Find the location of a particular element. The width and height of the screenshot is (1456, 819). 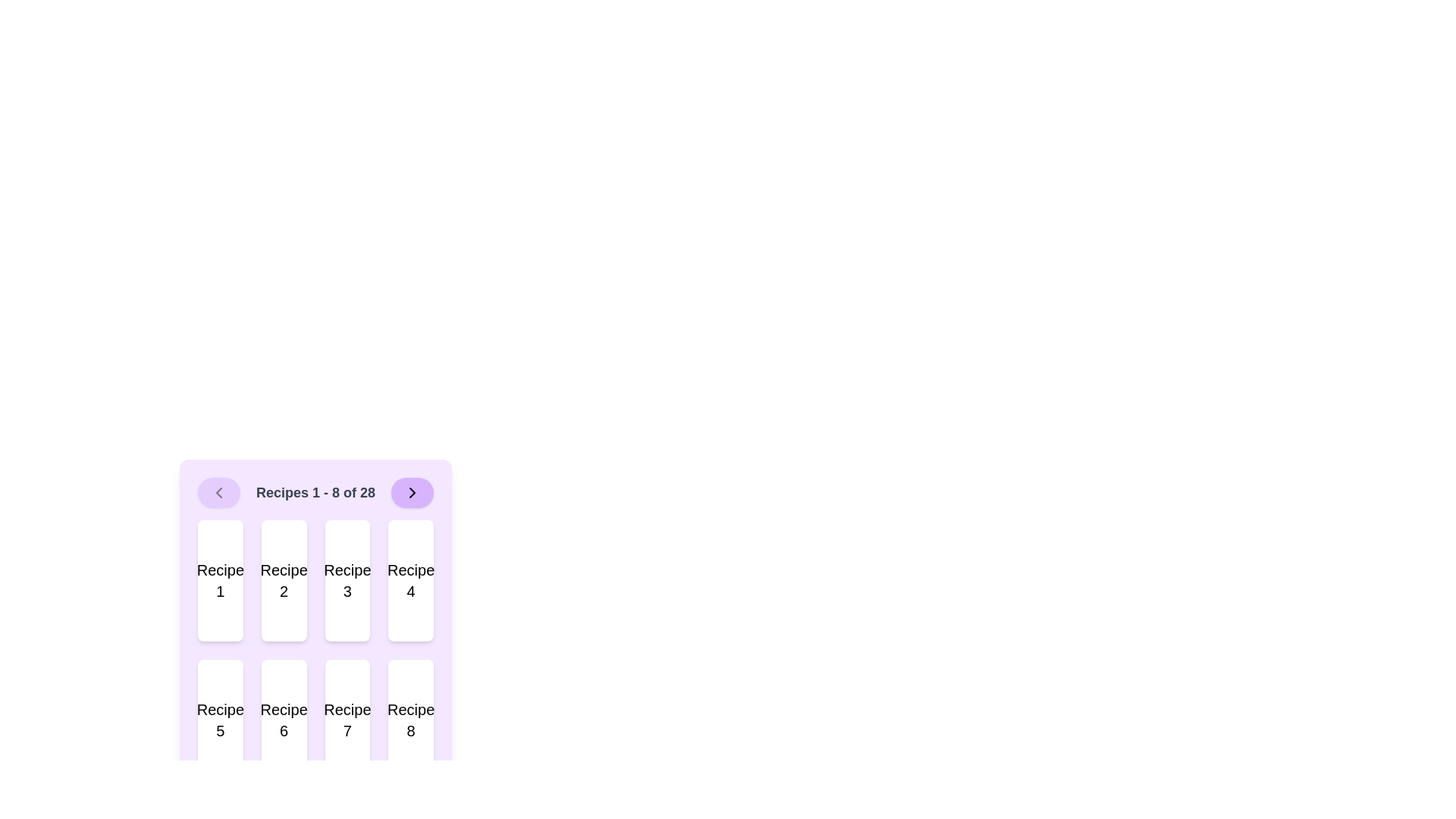

the Card component displaying 'Recipe 6', which is a rectangular element with a white background and rounded corners, located in the bottom row of a 2x4 grid layout, specifically the second item from the left is located at coordinates (284, 719).